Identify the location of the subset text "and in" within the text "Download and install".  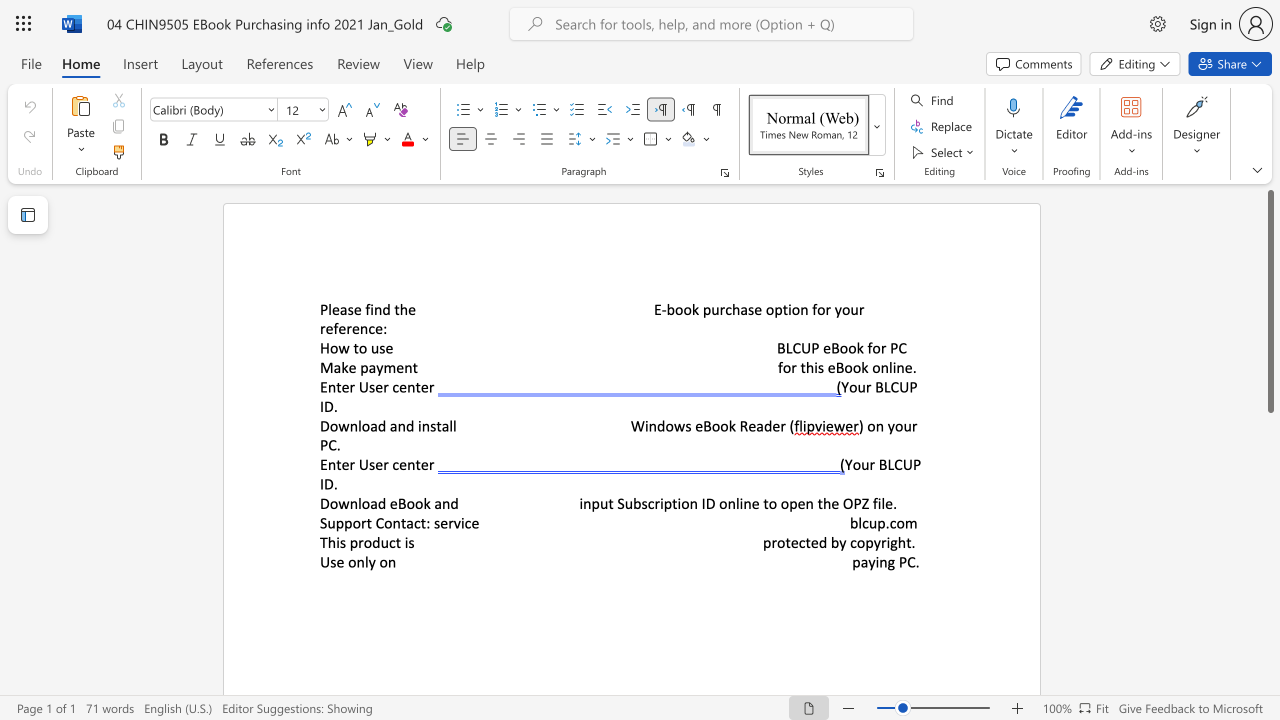
(389, 425).